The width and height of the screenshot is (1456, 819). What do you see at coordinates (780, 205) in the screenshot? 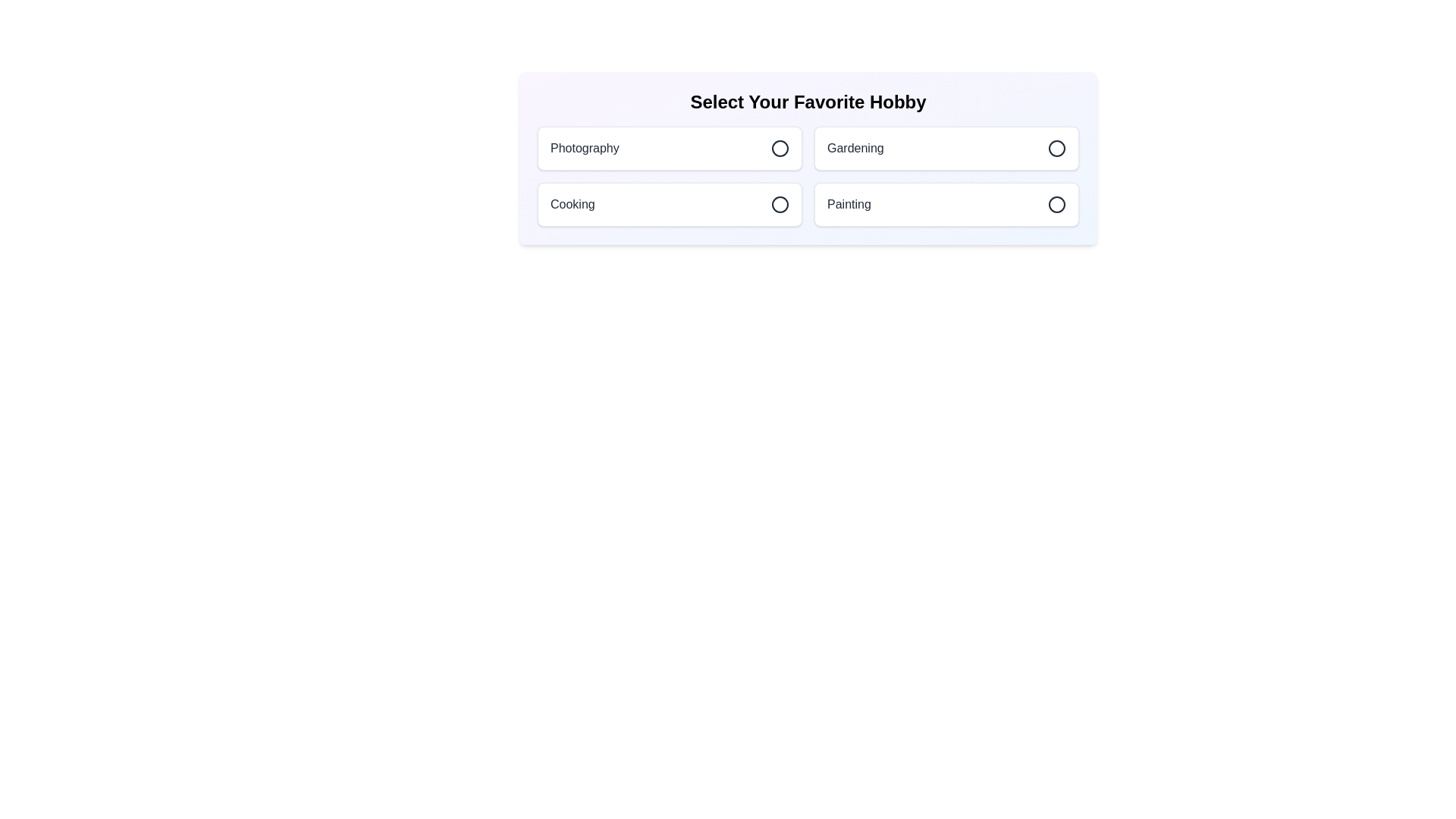
I see `the circular selector within the radio button labeled 'Cooking' to deselect the option` at bounding box center [780, 205].